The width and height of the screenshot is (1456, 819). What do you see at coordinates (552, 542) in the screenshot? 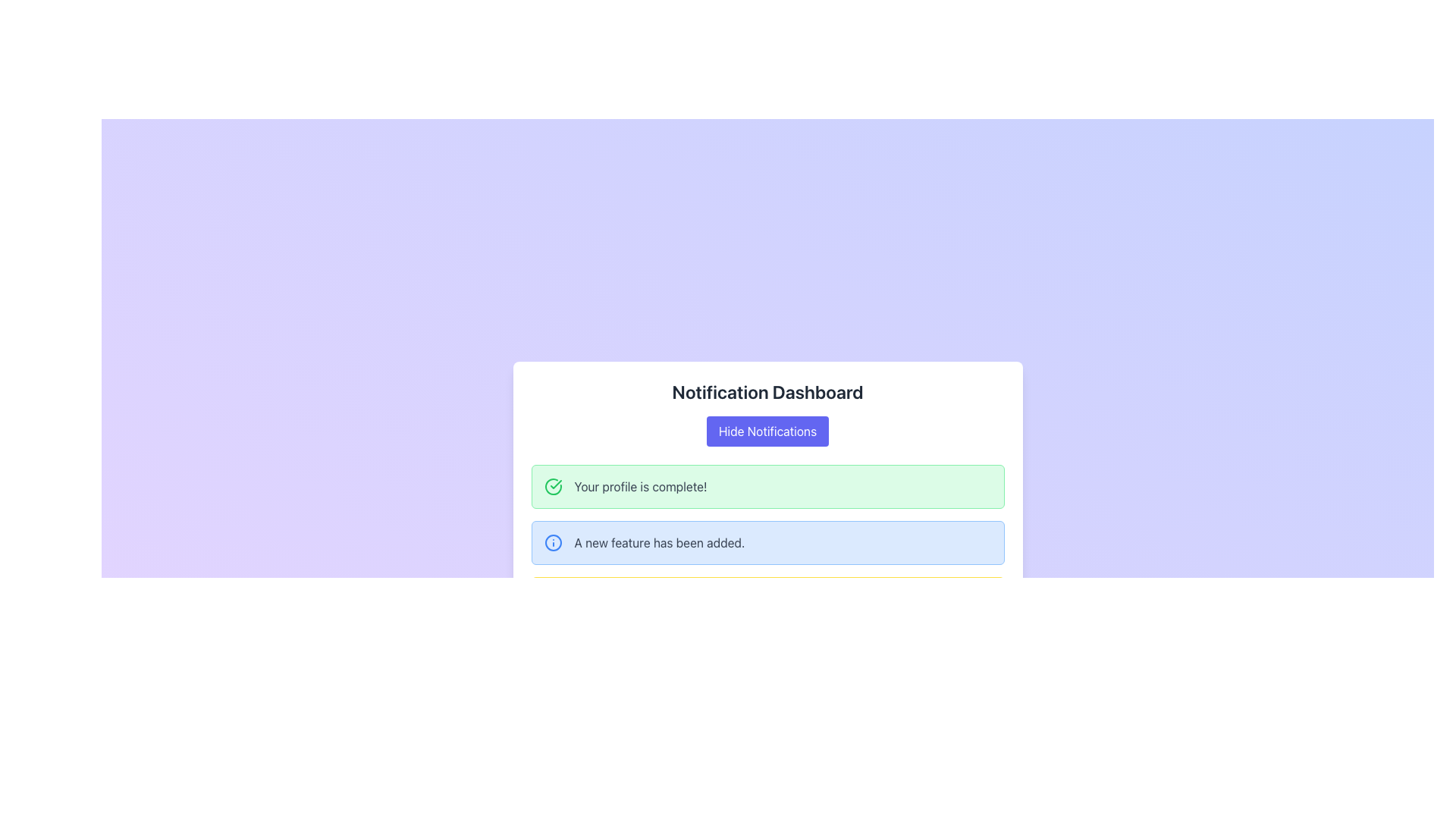
I see `the informational content icon located to the left of the text 'A new feature has been added' in the notification panel` at bounding box center [552, 542].